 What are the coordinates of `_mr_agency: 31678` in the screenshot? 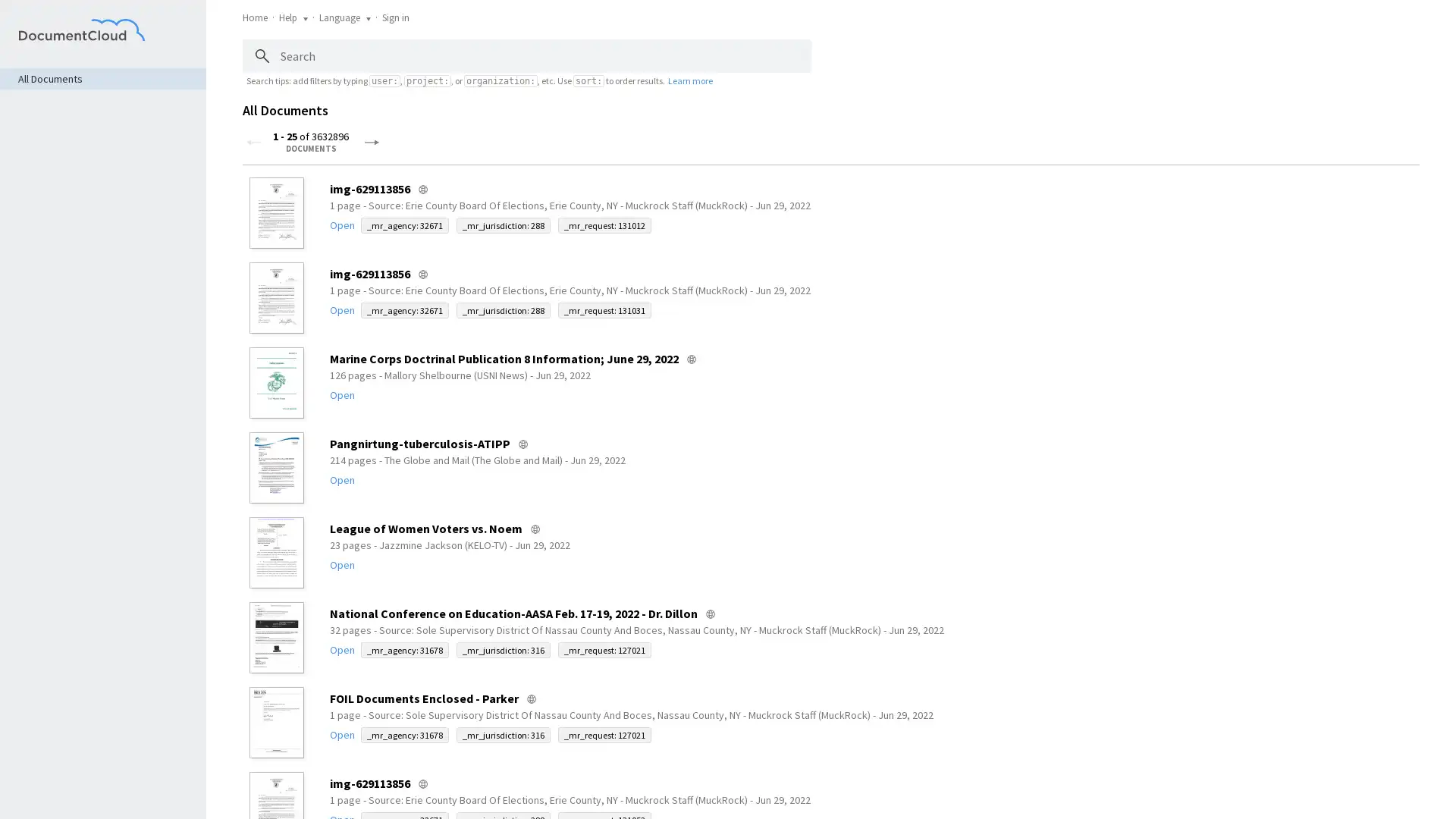 It's located at (404, 648).